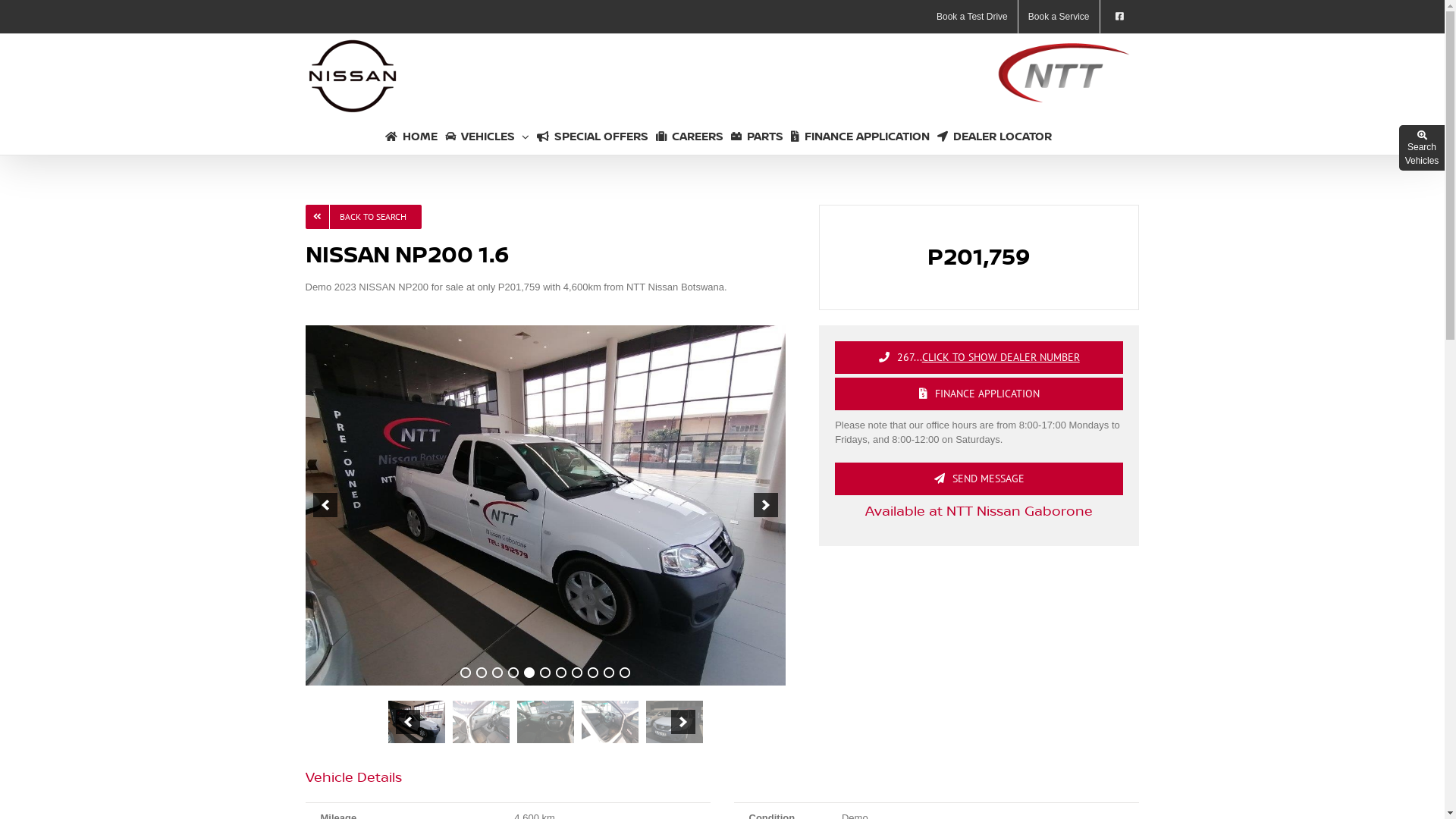  Describe the element at coordinates (1421, 149) in the screenshot. I see `'Search Vehicles'` at that location.